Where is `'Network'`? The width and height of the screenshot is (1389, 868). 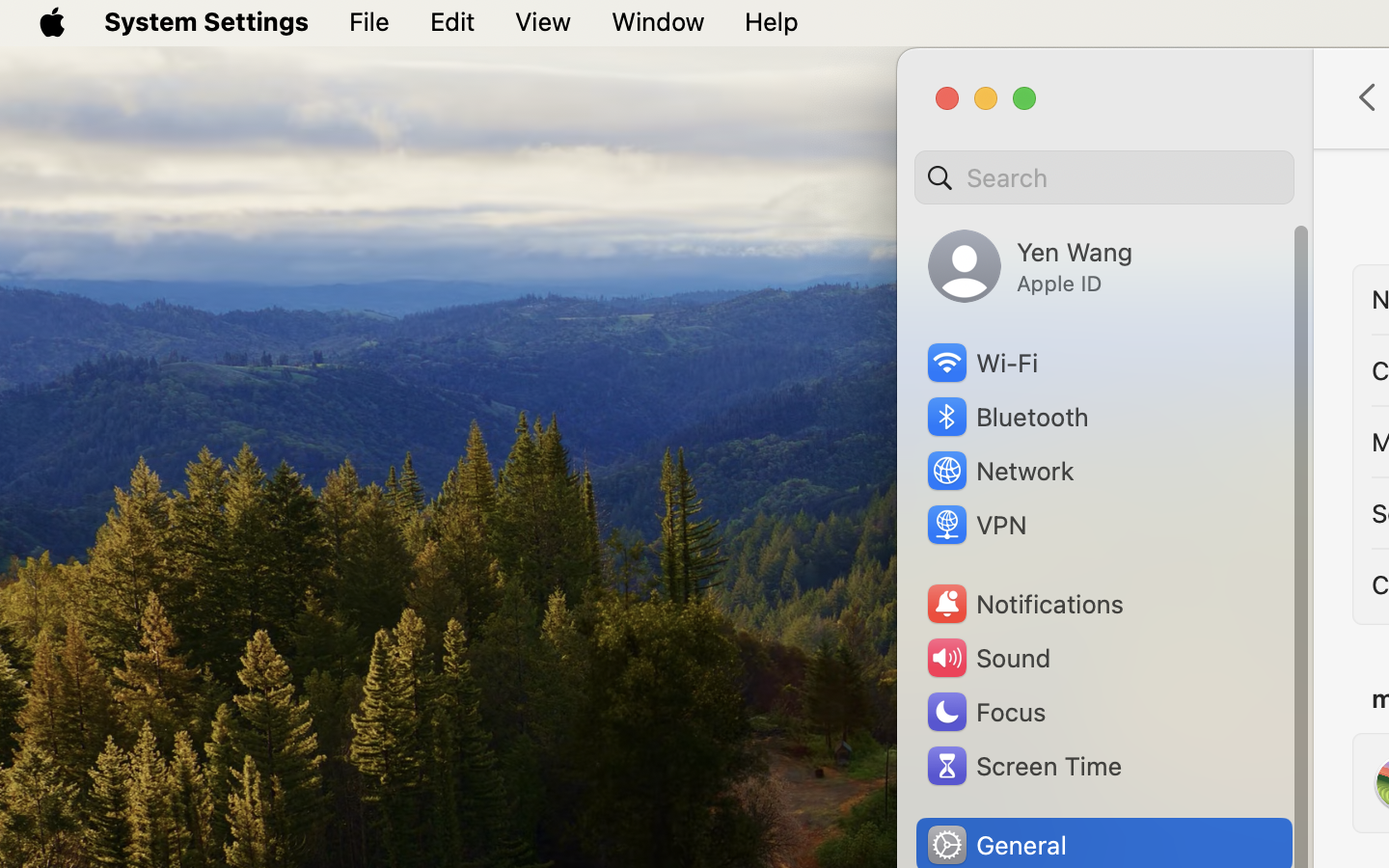 'Network' is located at coordinates (998, 469).